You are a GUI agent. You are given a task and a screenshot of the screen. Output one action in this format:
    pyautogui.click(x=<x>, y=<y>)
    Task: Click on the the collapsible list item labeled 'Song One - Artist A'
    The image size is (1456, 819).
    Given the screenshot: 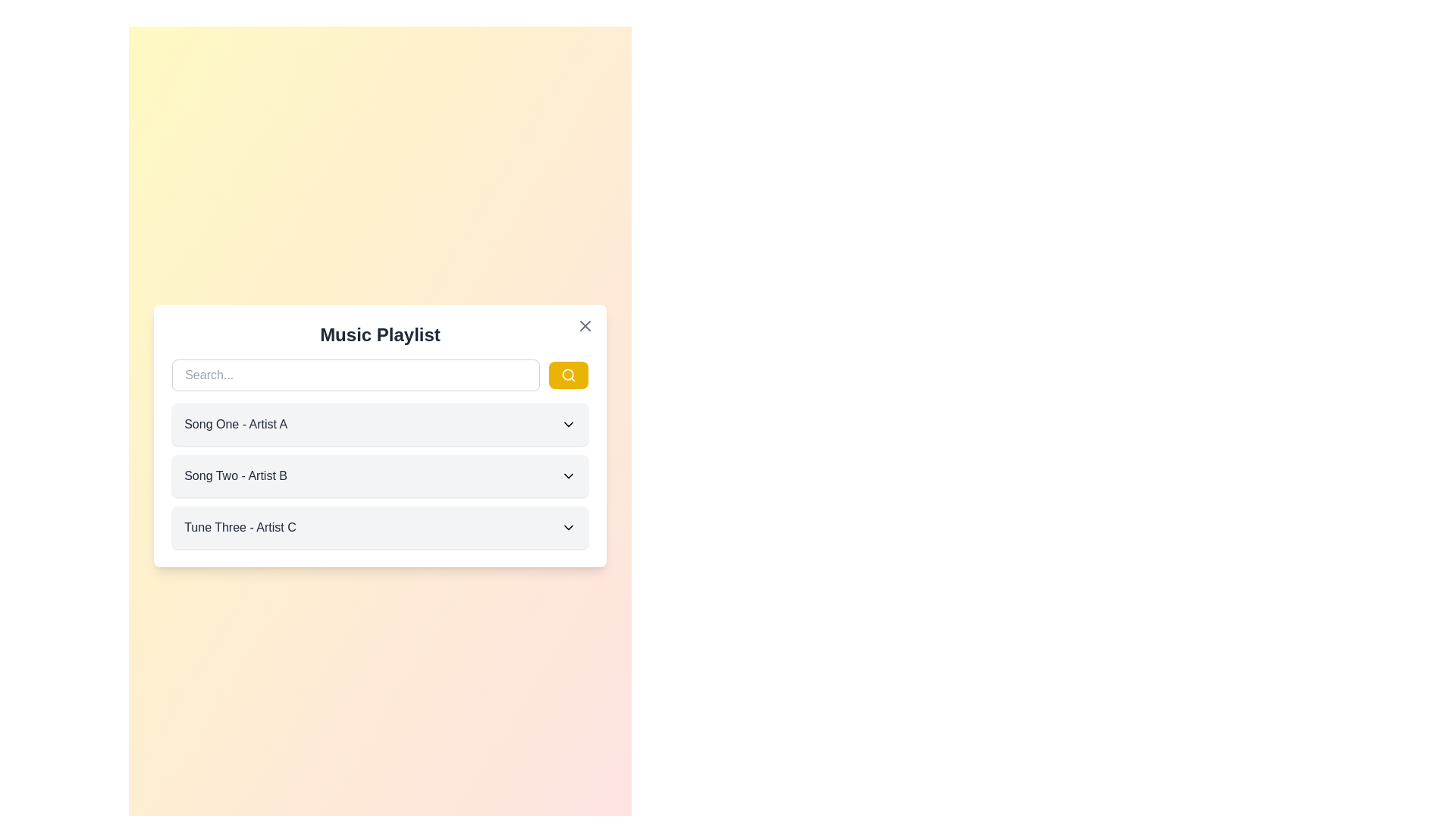 What is the action you would take?
    pyautogui.click(x=380, y=424)
    